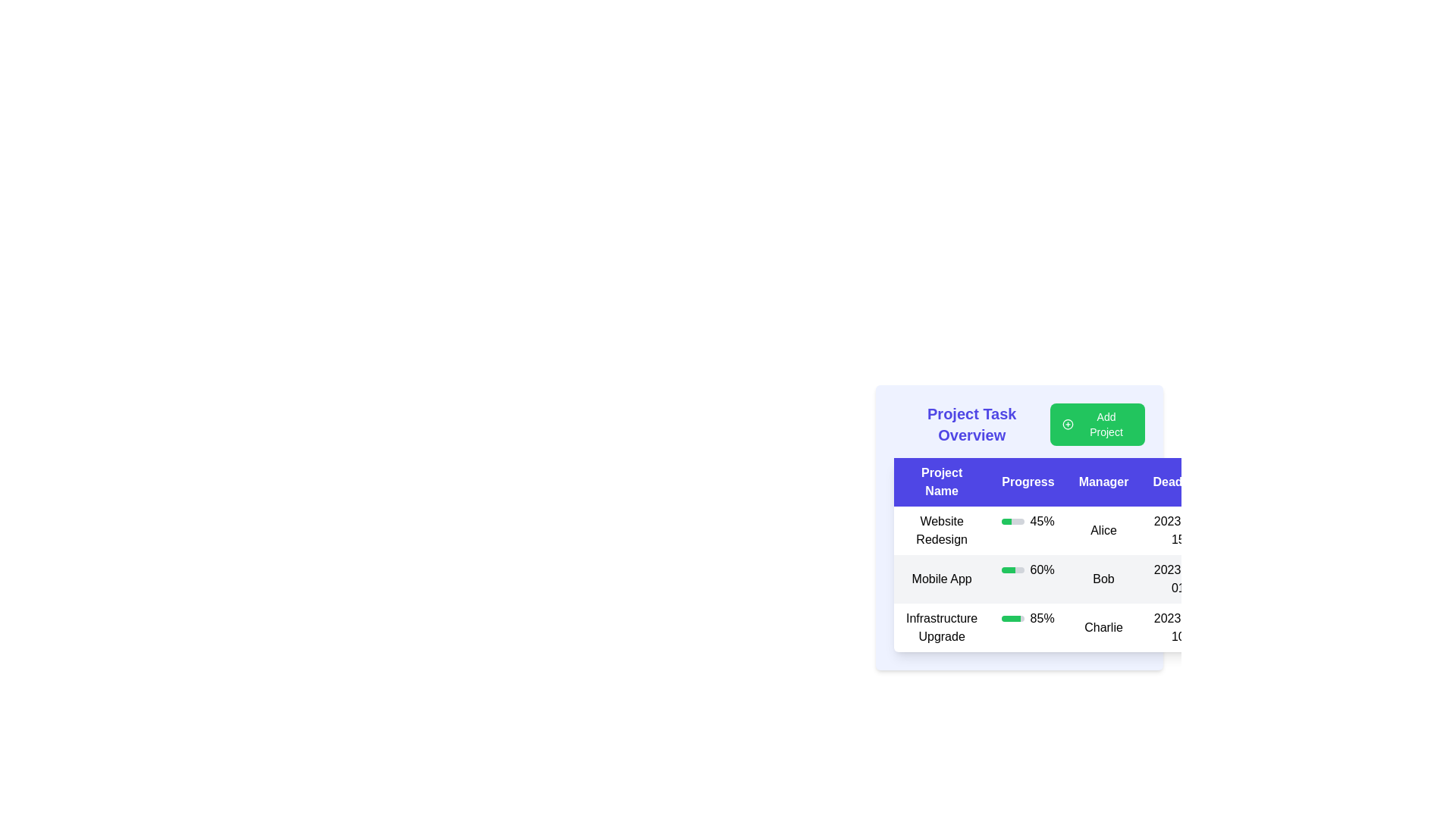  What do you see at coordinates (1067, 424) in the screenshot?
I see `the decorative circle element located centrally within the 'Add Project' button in the header of the 'Project Task Overview' table` at bounding box center [1067, 424].